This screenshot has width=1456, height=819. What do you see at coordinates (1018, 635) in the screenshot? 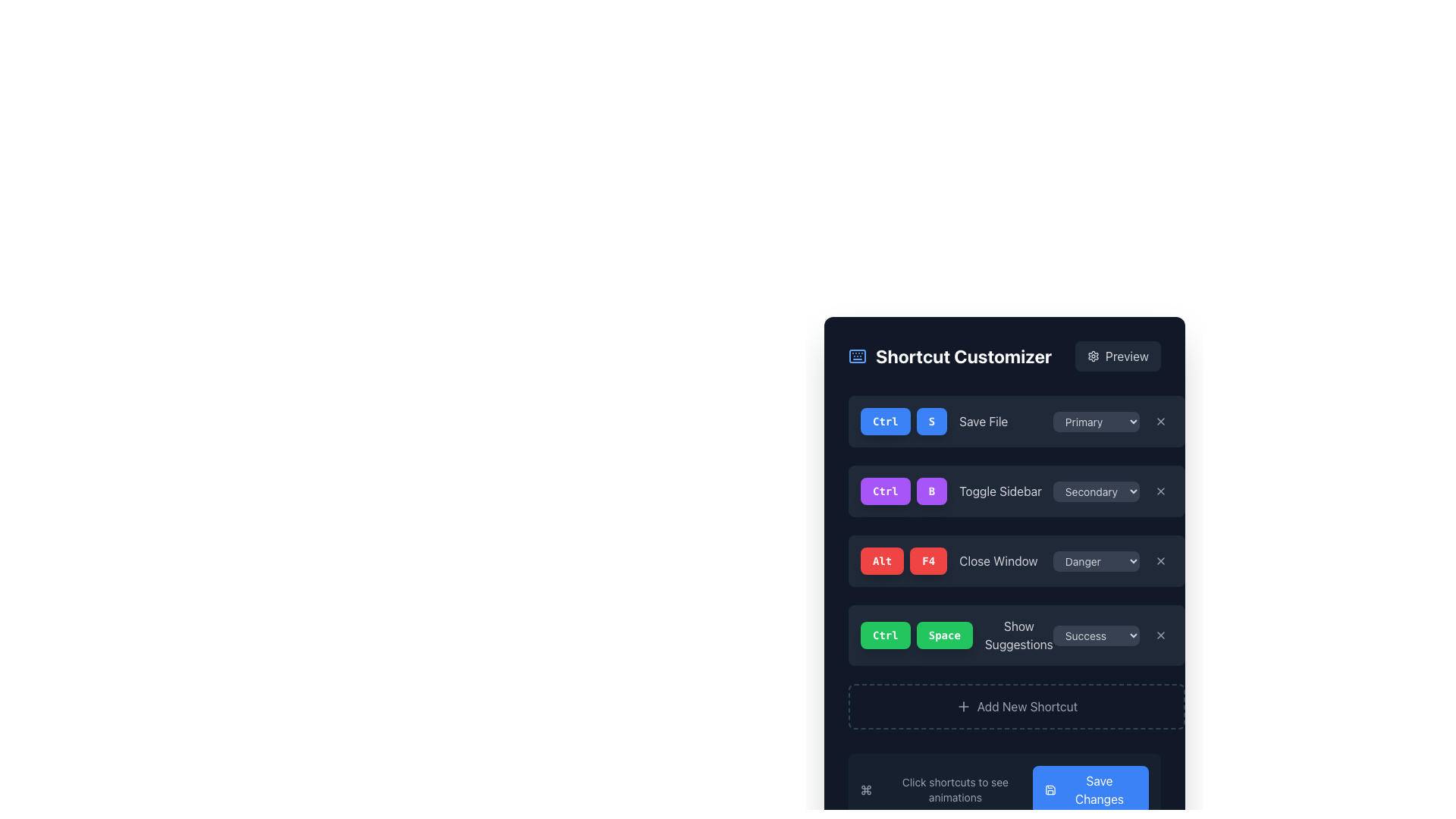
I see `the text label positioned at the bottom-right of the horizontal row, which indicates the functionality of the associated shortcut components` at bounding box center [1018, 635].